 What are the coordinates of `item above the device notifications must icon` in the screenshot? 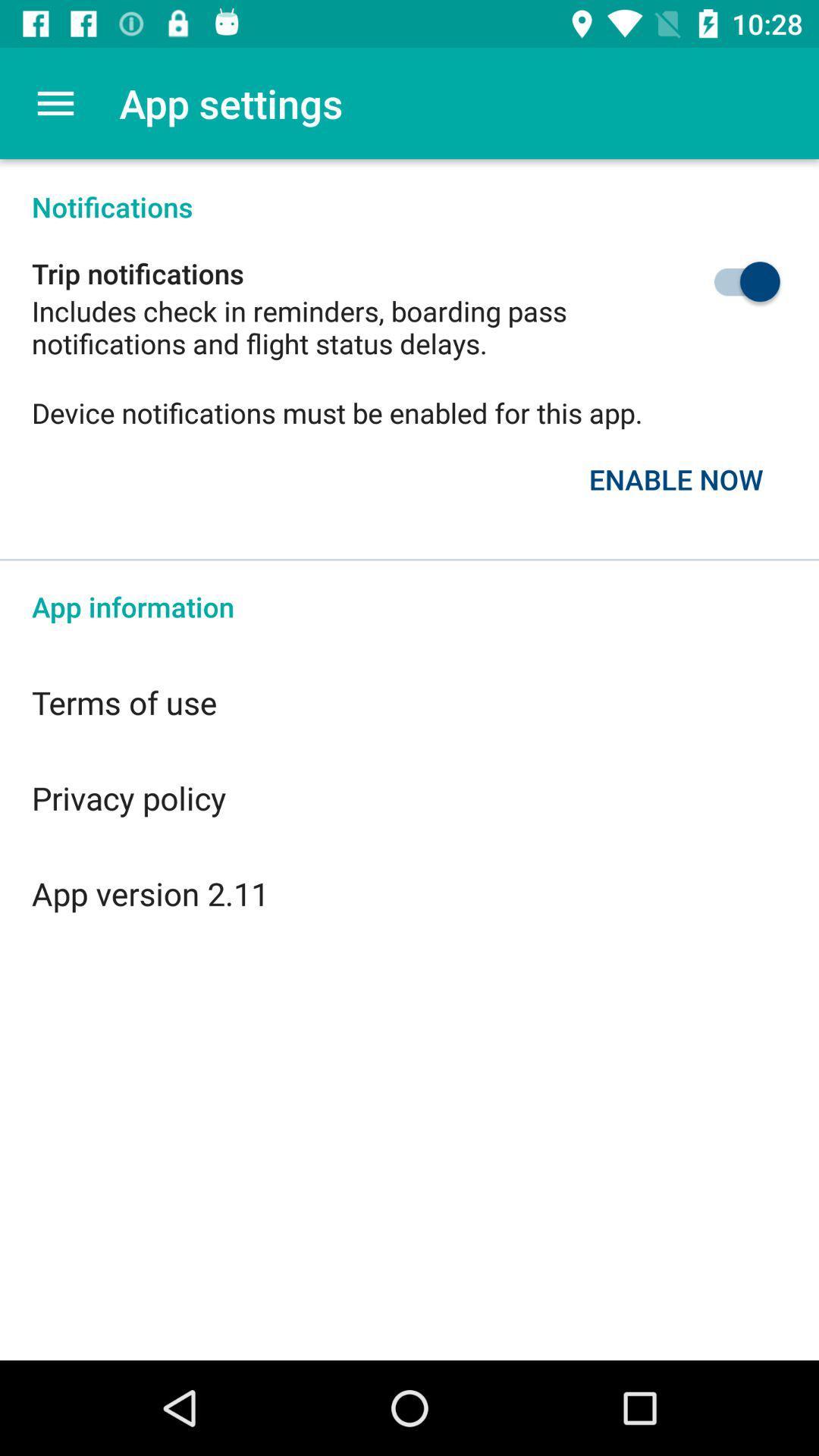 It's located at (711, 281).